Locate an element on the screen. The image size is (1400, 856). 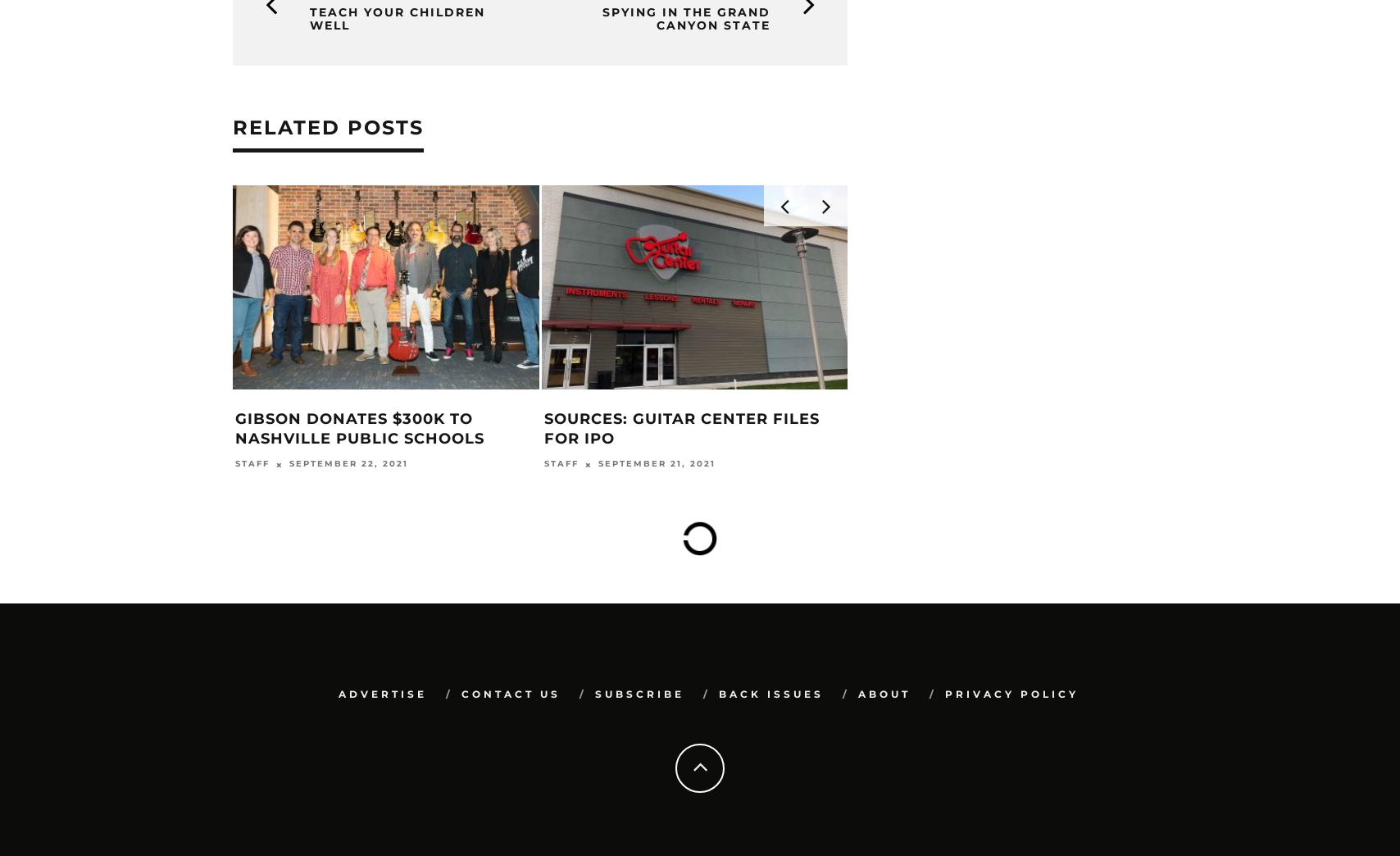
'Spying In The Grand Canyon State' is located at coordinates (686, 17).